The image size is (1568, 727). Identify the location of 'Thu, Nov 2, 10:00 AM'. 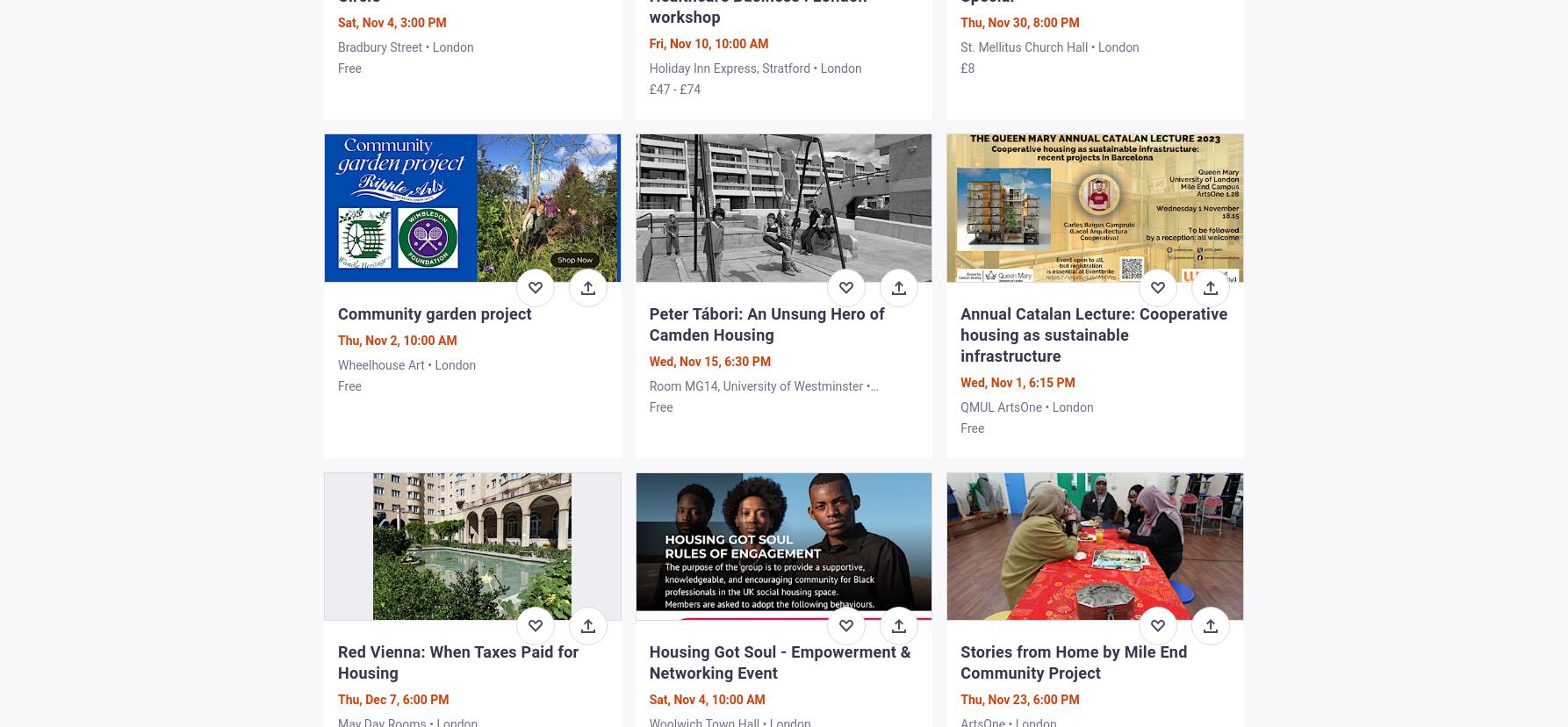
(396, 339).